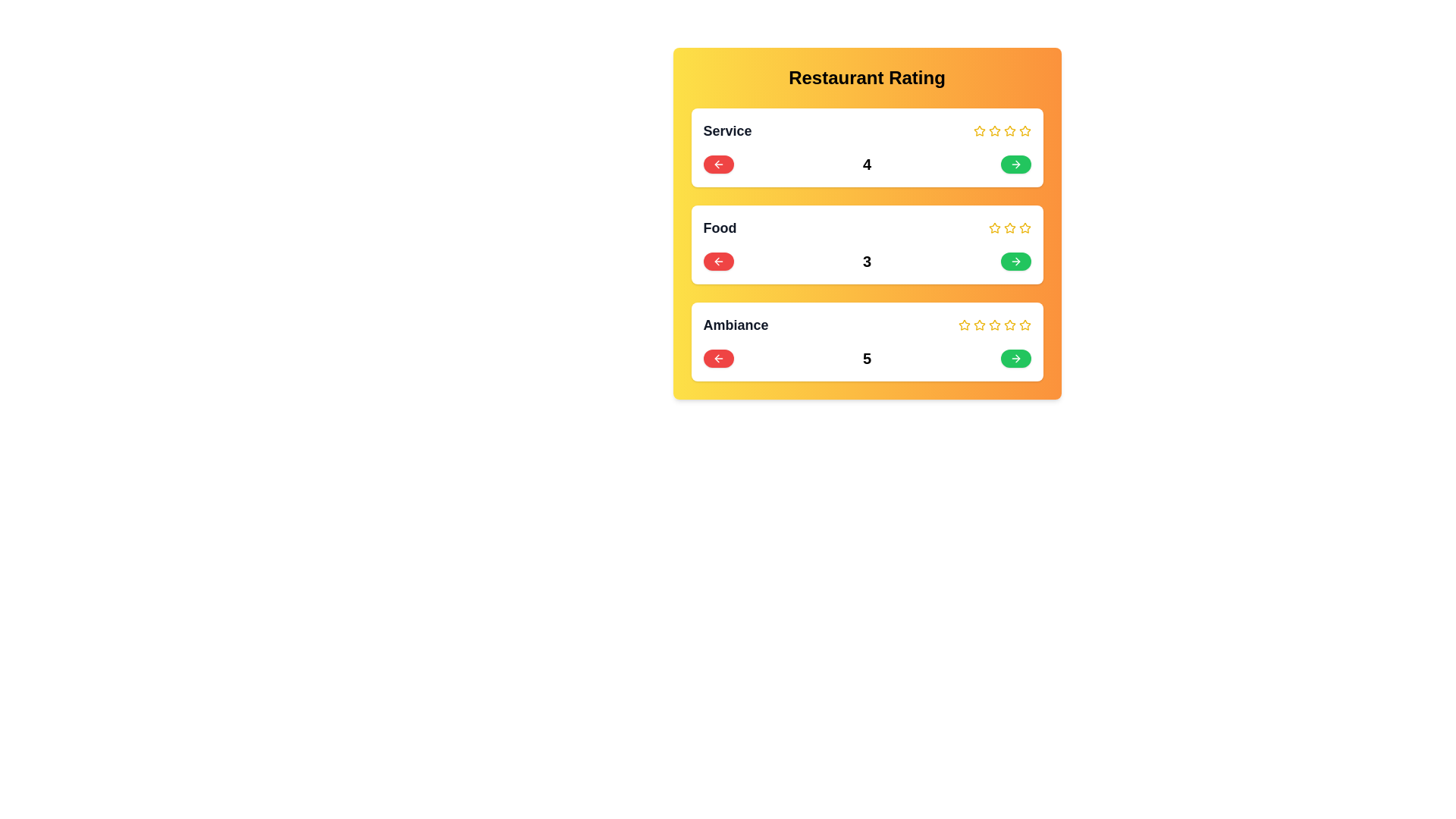 This screenshot has height=819, width=1456. I want to click on the yellow star icon with a hollow center, the second star from the left in the 'Service' rating row, so click(1009, 130).